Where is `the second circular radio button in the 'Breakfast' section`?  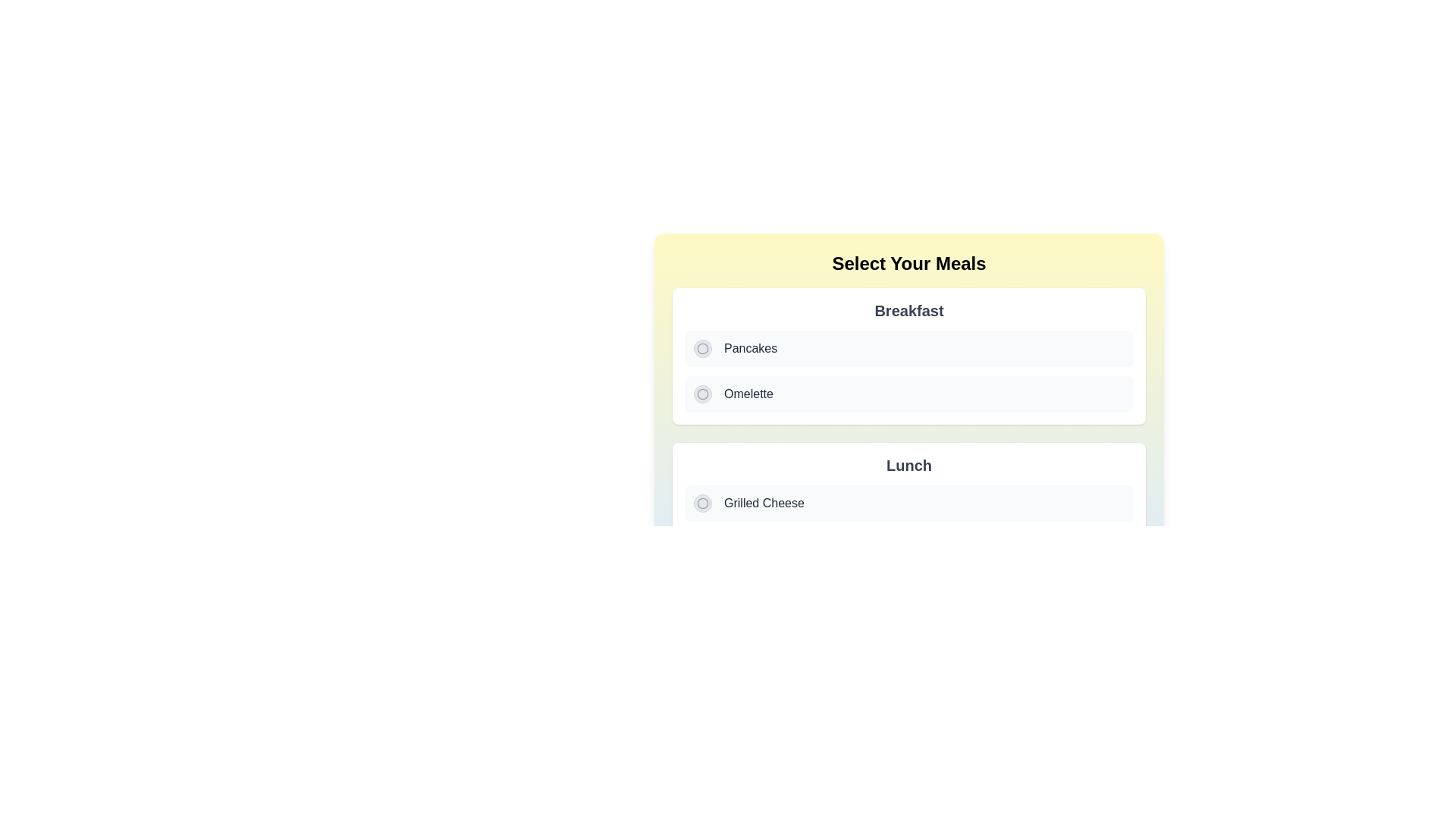 the second circular radio button in the 'Breakfast' section is located at coordinates (701, 394).